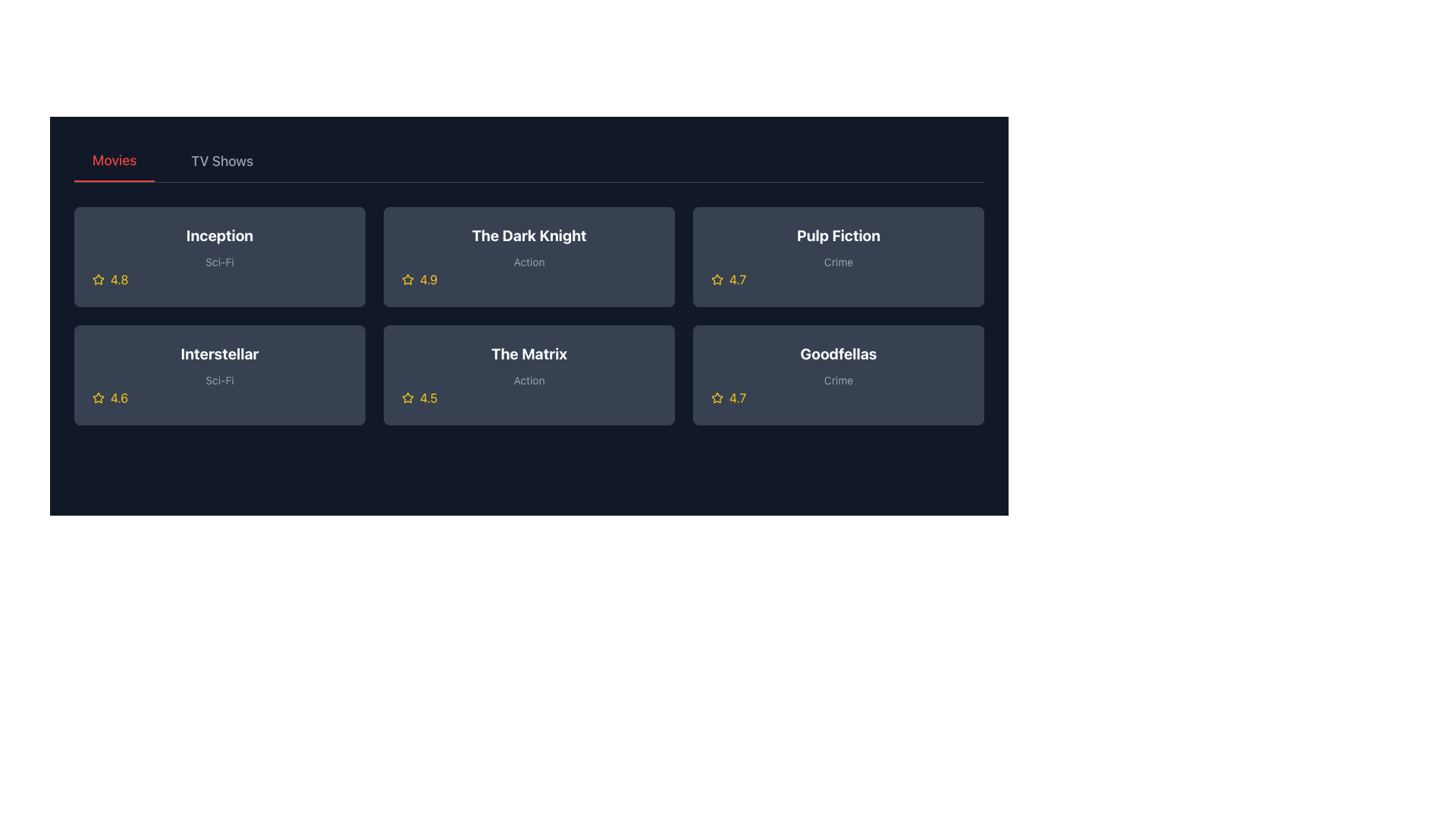  What do you see at coordinates (407, 280) in the screenshot?
I see `the yellow outlined star icon indicating the rating for 'The Dark Knight', located at the top-right corner of the tile, to the left of the text '4.9'` at bounding box center [407, 280].